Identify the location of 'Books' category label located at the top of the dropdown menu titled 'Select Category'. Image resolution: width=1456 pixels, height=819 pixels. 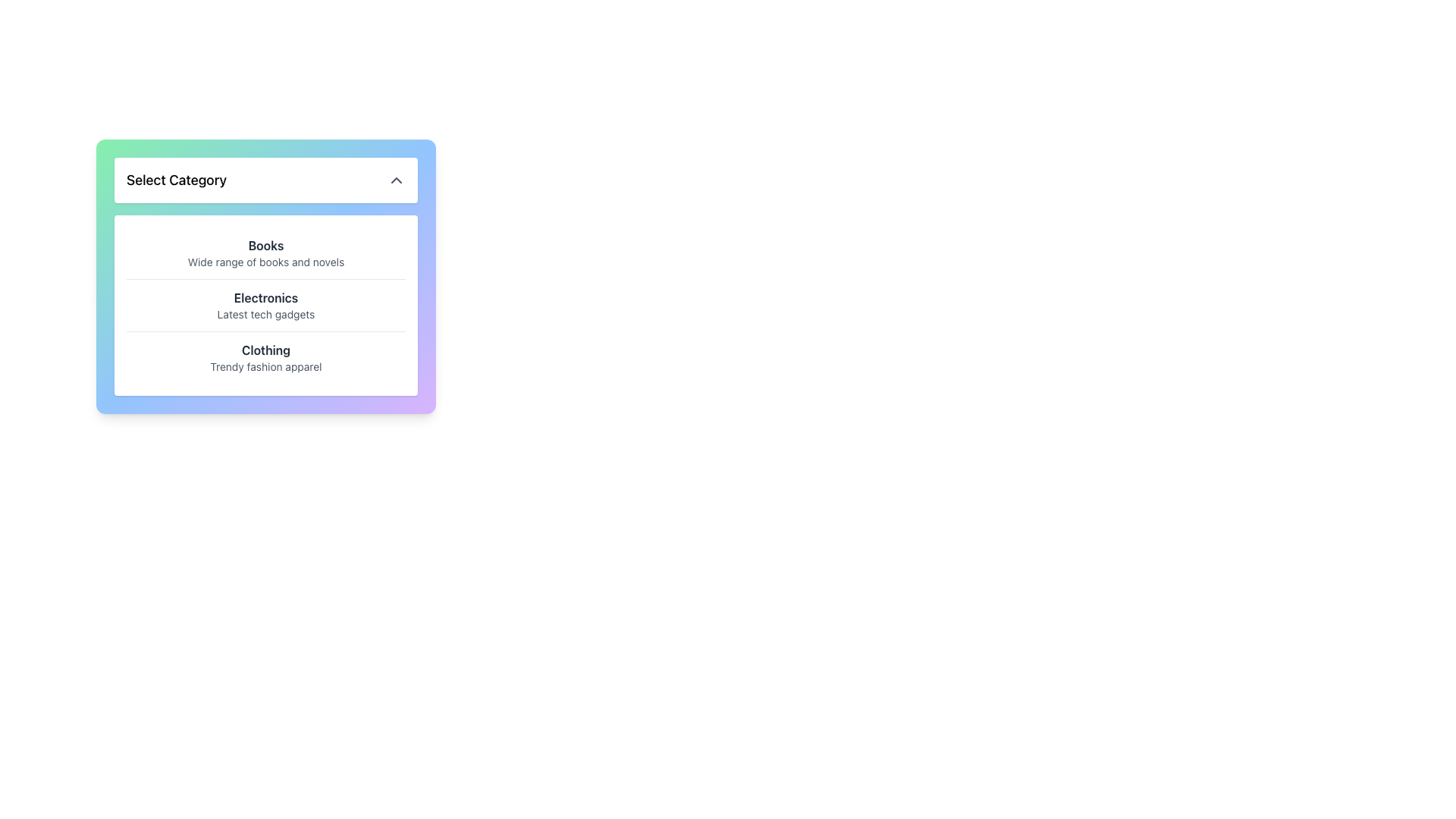
(265, 245).